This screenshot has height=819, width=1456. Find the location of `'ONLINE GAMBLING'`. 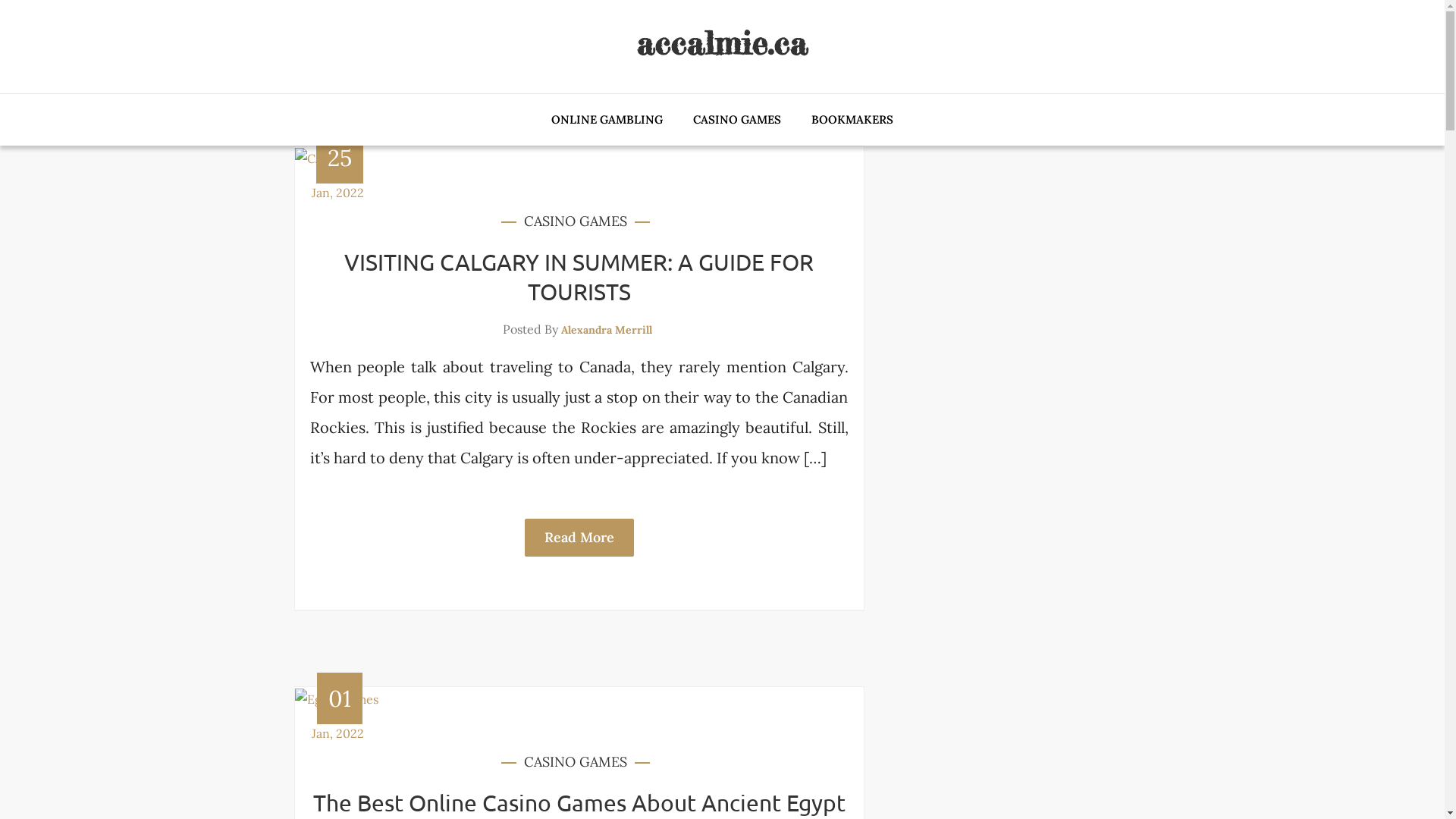

'ONLINE GAMBLING' is located at coordinates (538, 119).